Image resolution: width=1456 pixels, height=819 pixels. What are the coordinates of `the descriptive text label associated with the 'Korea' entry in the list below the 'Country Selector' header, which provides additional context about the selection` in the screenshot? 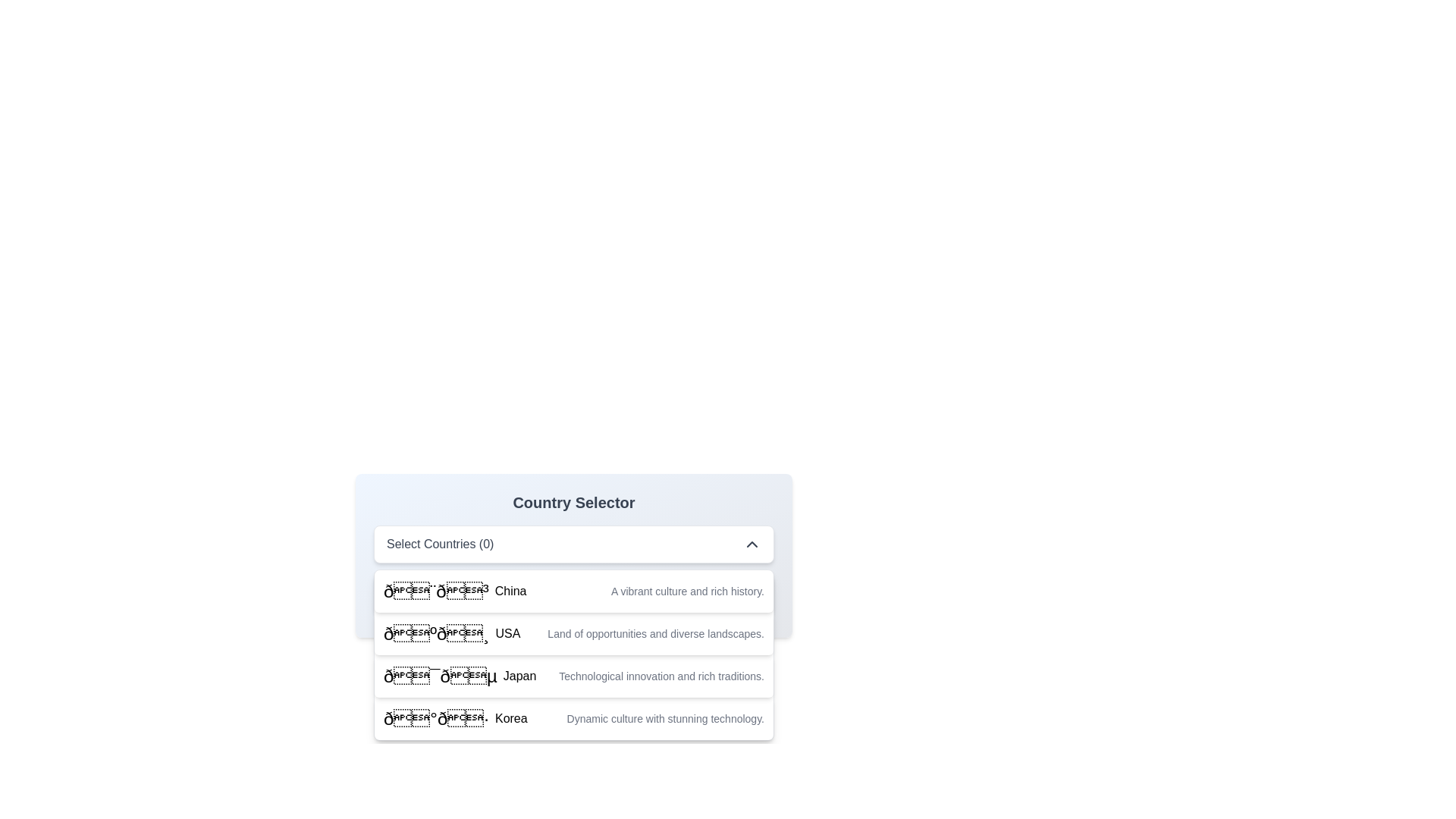 It's located at (665, 718).